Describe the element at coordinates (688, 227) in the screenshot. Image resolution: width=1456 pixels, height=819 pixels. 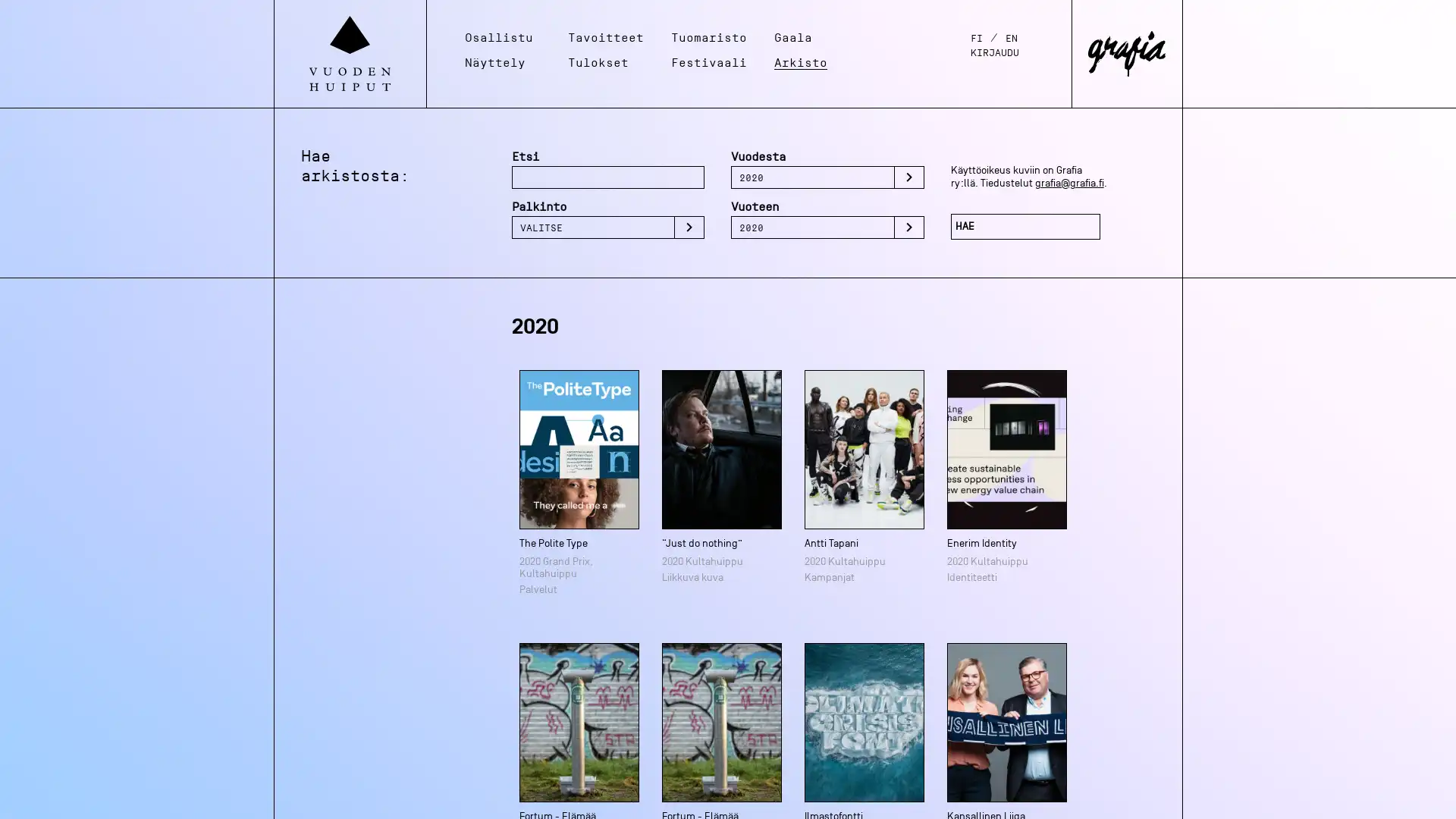
I see `>` at that location.